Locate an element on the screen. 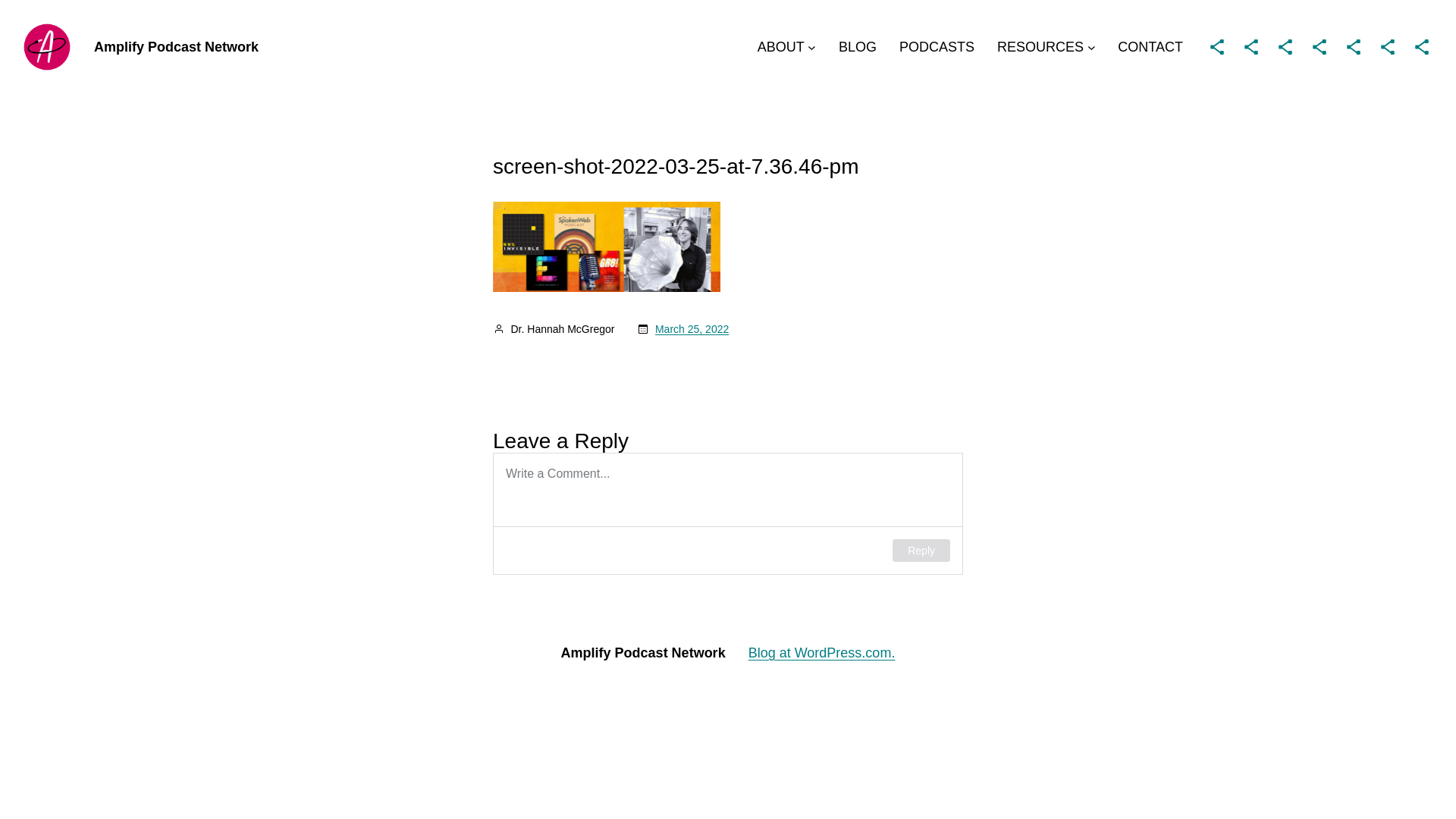 This screenshot has width=1456, height=819. 'Share Icon' is located at coordinates (1284, 45).